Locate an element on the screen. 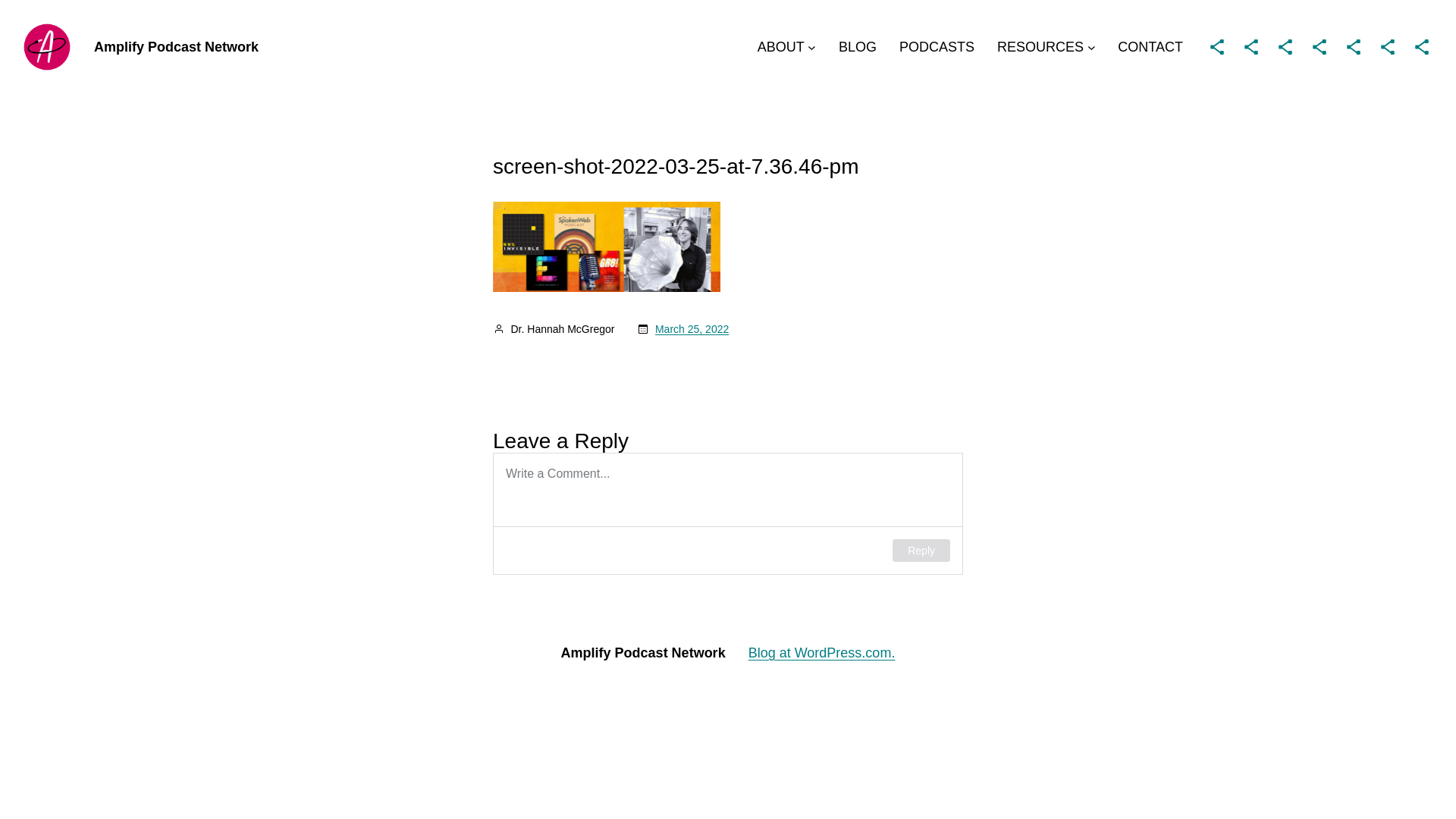 This screenshot has width=1456, height=819. 'Share Icon' is located at coordinates (1284, 45).